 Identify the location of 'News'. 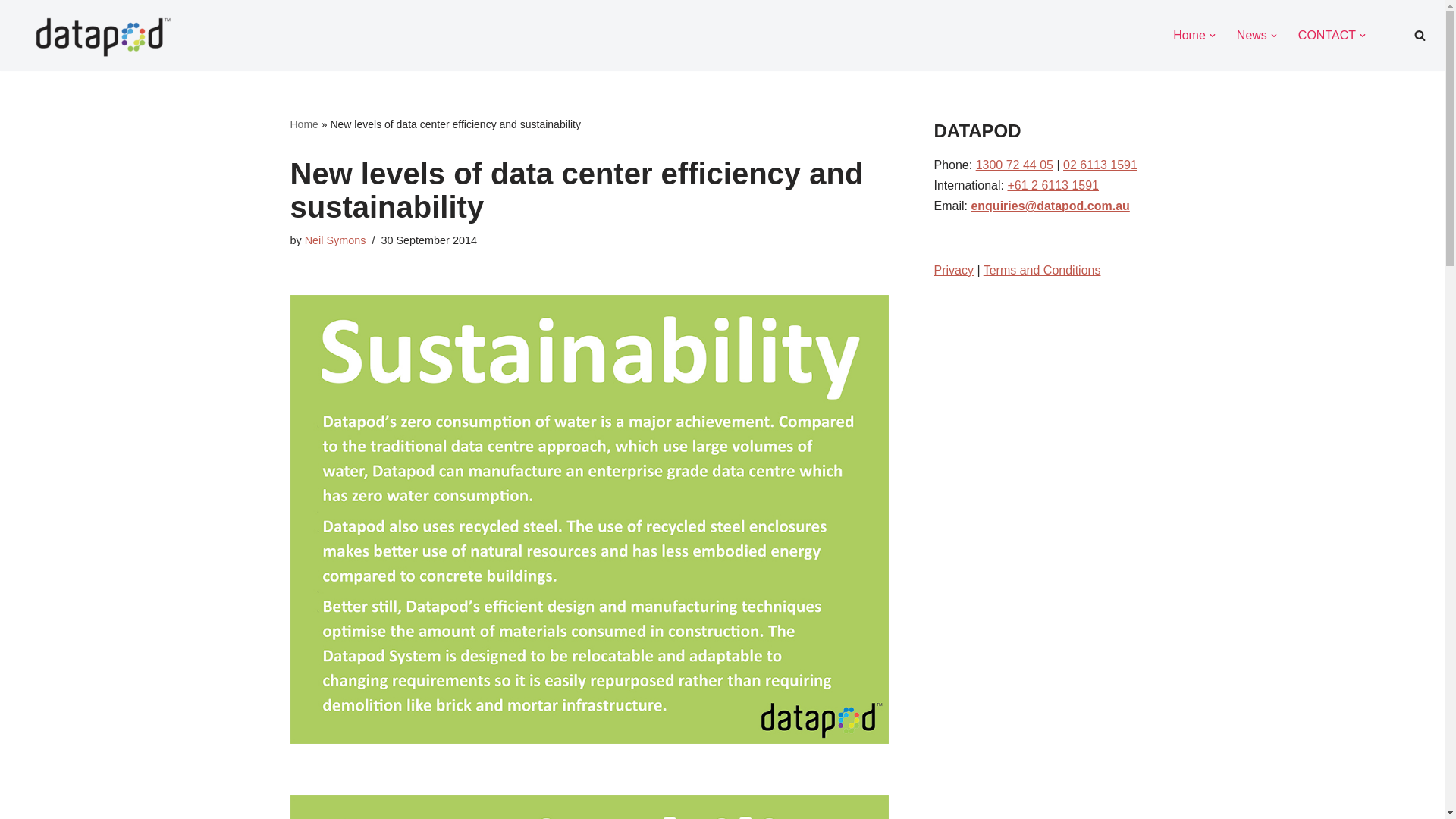
(1252, 34).